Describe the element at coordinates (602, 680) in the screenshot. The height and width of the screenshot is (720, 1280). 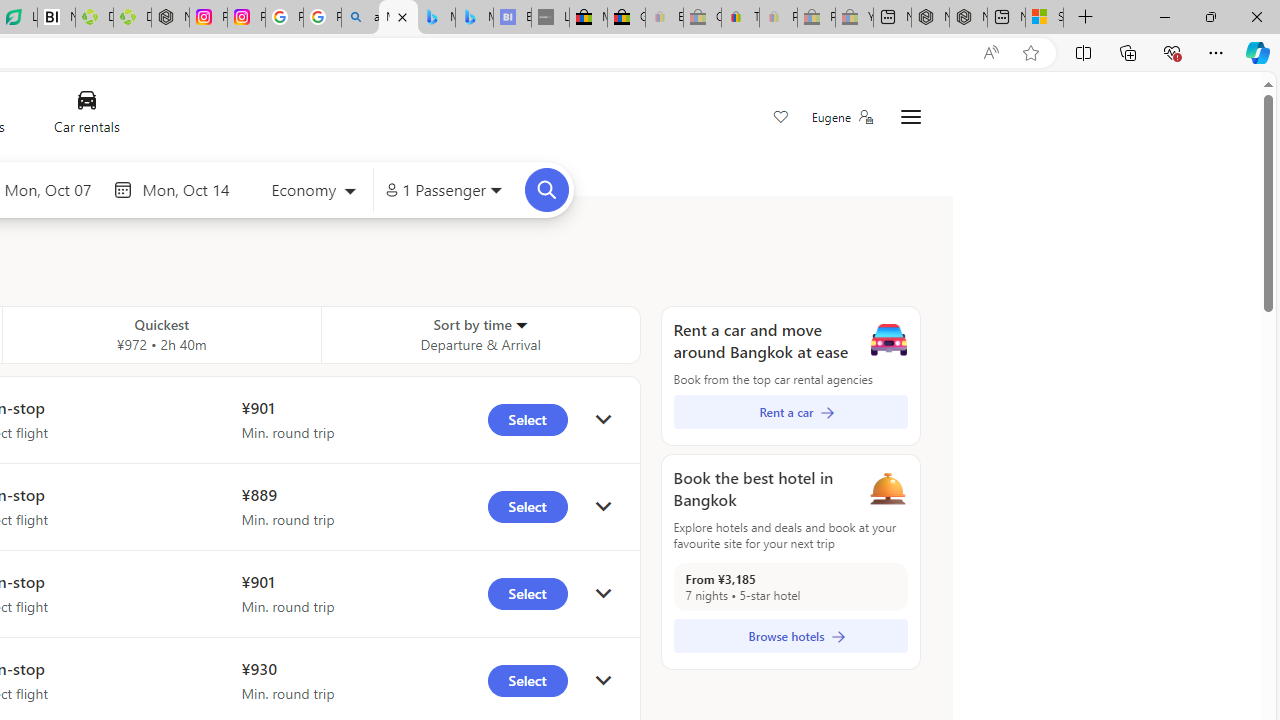
I see `'click to get details'` at that location.